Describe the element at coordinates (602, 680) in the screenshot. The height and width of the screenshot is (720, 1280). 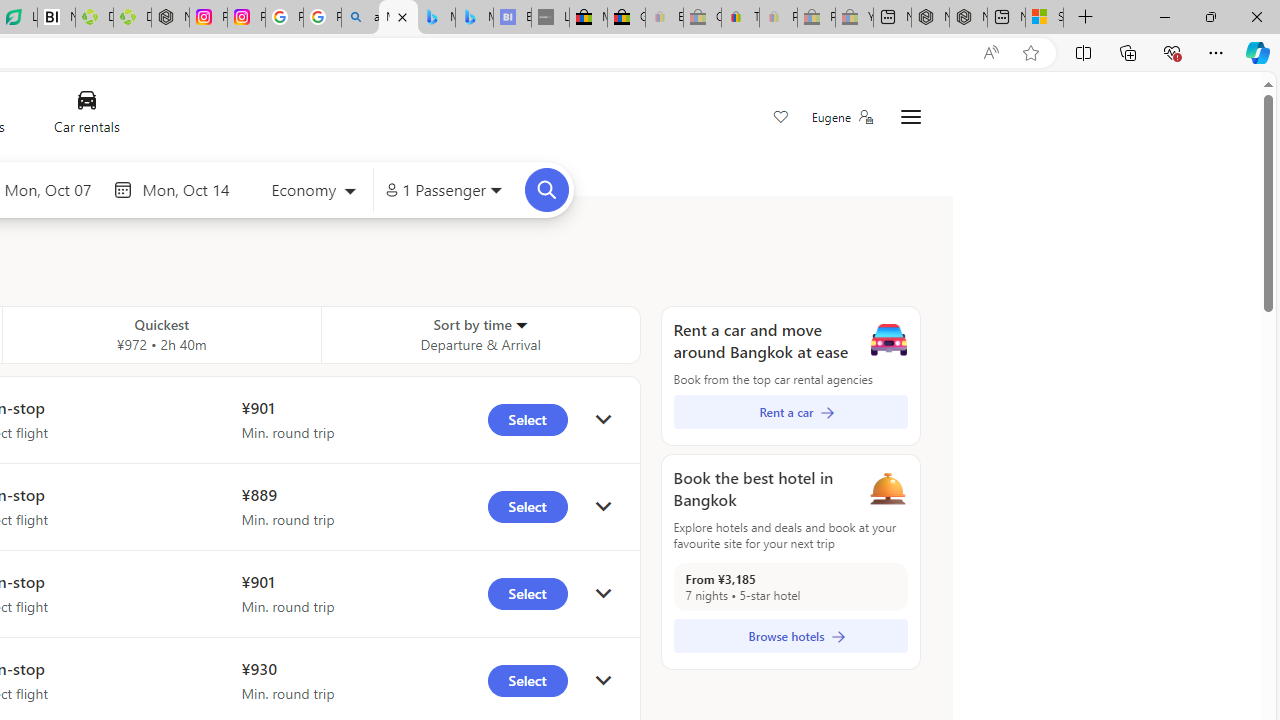
I see `'click to get details'` at that location.